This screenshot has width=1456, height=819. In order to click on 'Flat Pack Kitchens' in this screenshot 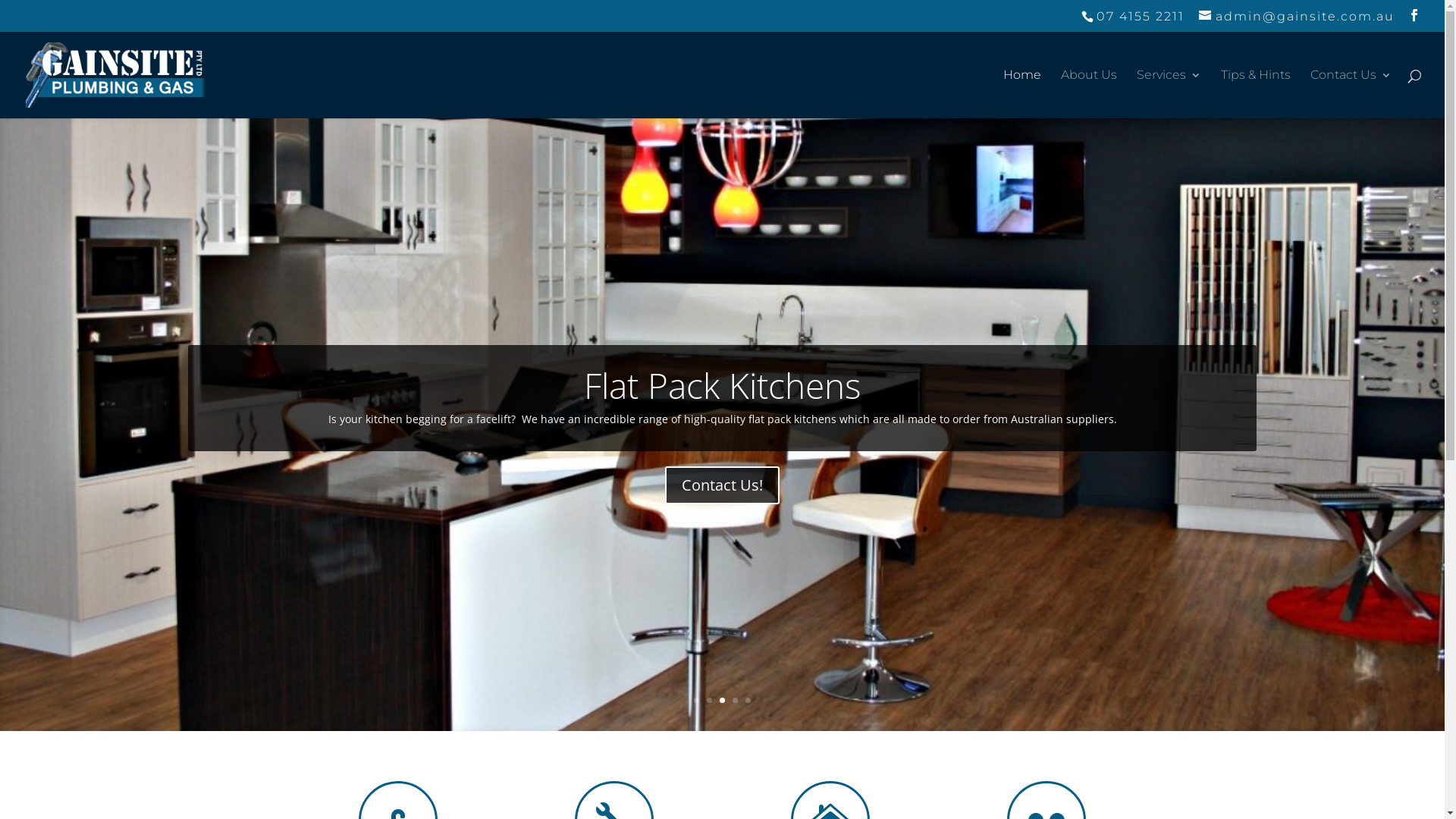, I will do `click(721, 384)`.